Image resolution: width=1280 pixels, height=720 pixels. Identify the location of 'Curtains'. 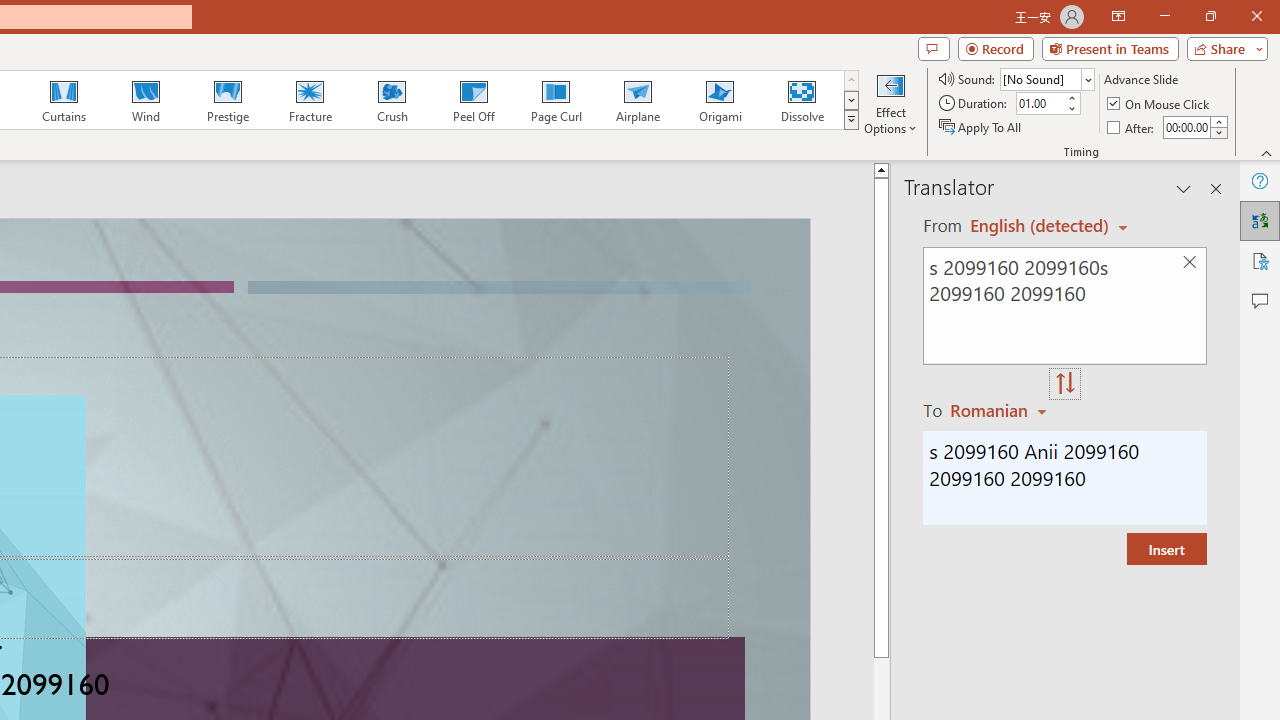
(64, 100).